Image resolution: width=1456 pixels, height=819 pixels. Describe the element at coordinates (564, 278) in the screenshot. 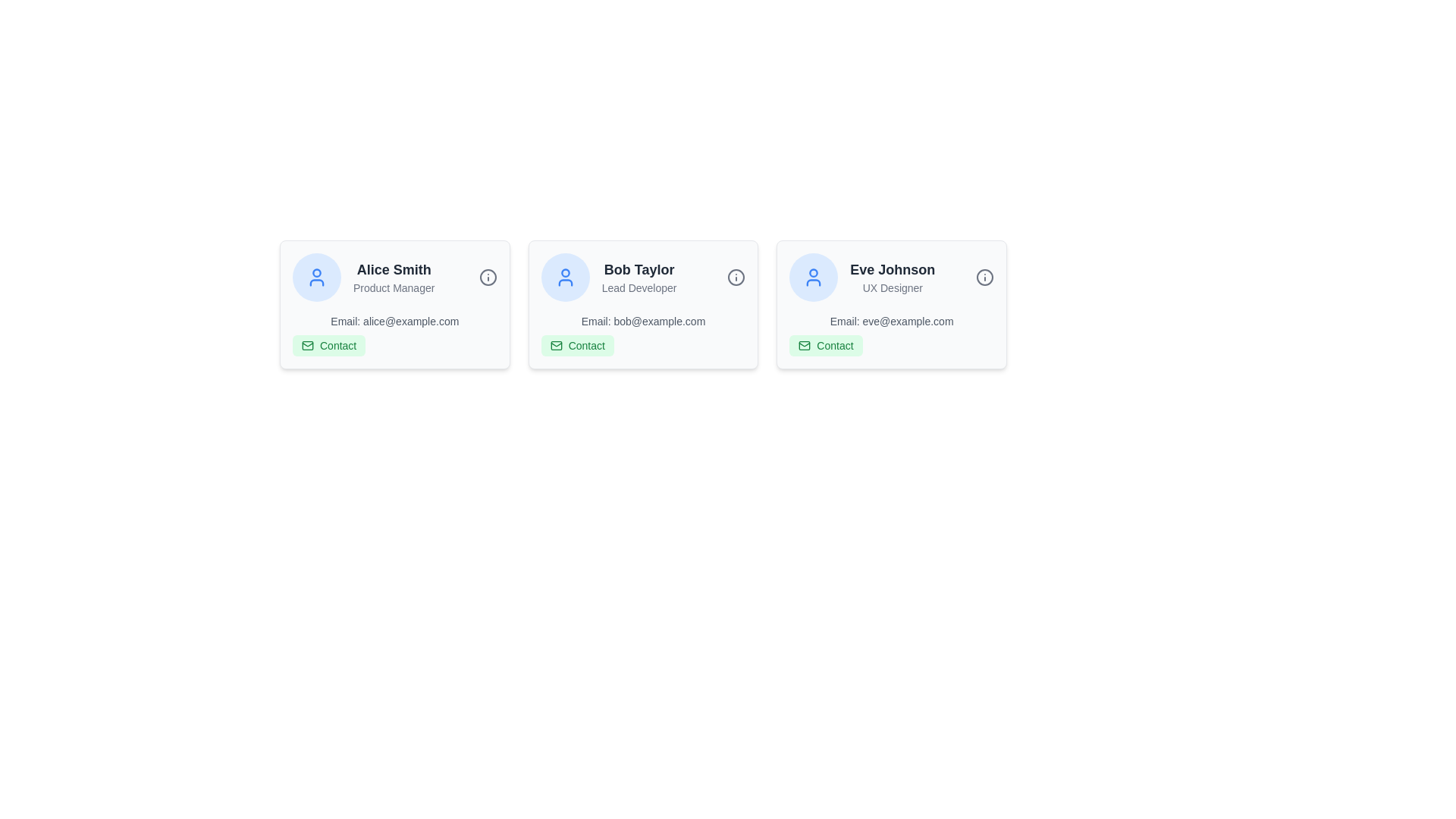

I see `the circular icon with a blue background and user silhouette located above the text 'Bob Taylor' in the second card` at that location.